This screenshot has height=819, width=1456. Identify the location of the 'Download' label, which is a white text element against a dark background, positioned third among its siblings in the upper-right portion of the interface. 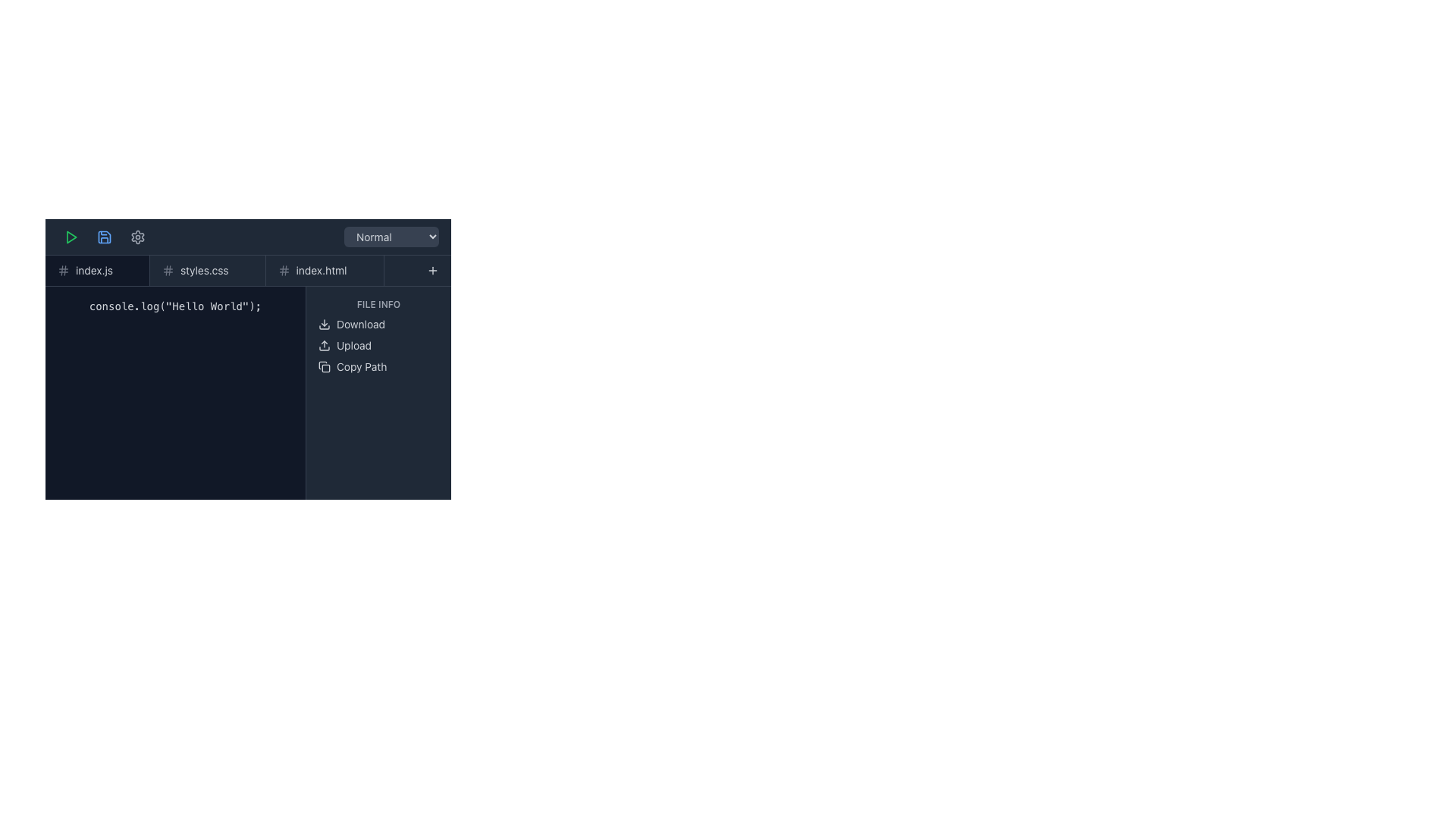
(359, 324).